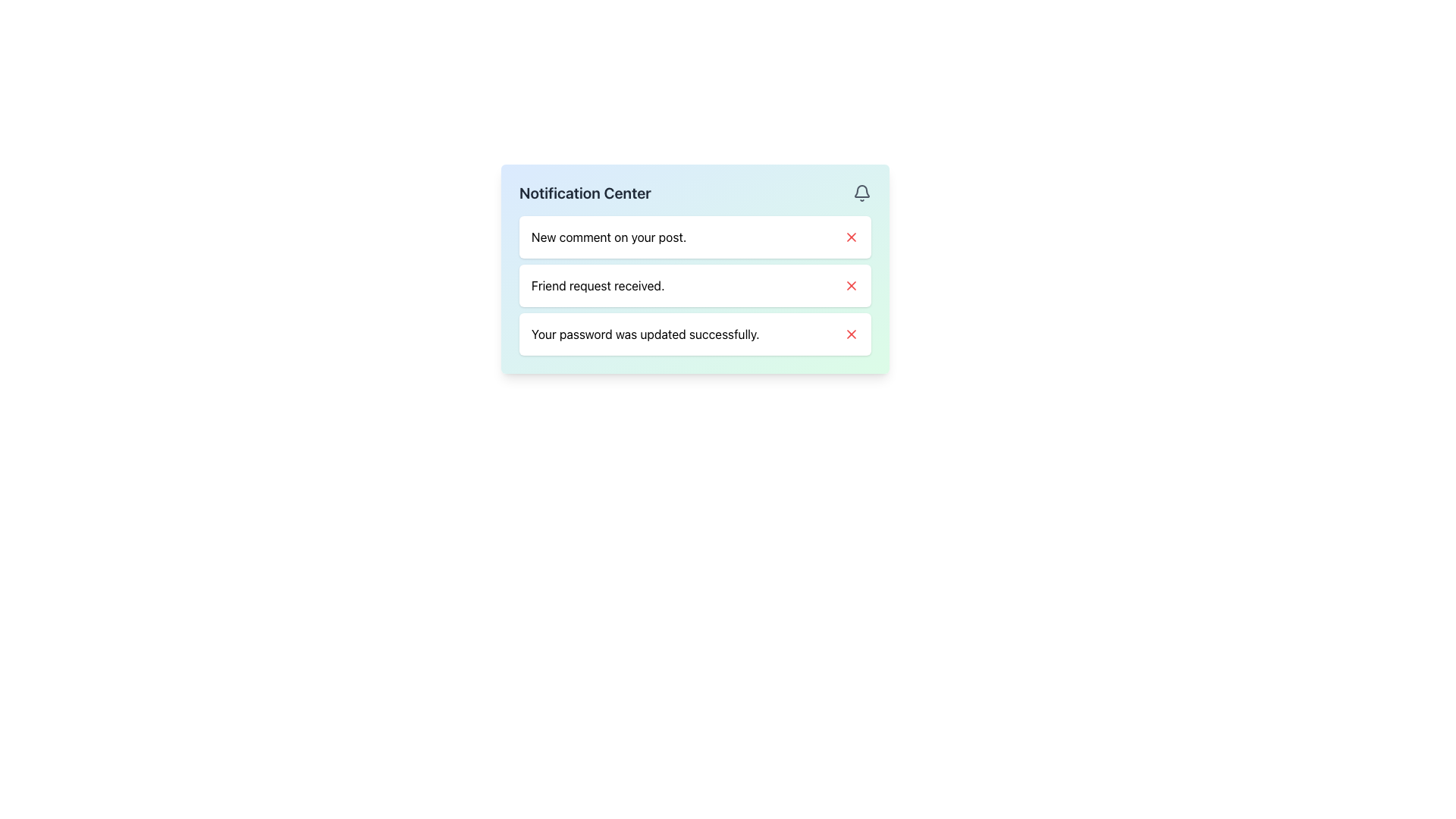 This screenshot has width=1456, height=819. Describe the element at coordinates (609, 237) in the screenshot. I see `the Text label that provides notification messages about new comments in the Notification Center modal, positioned at the top of the vertical list of notifications` at that location.